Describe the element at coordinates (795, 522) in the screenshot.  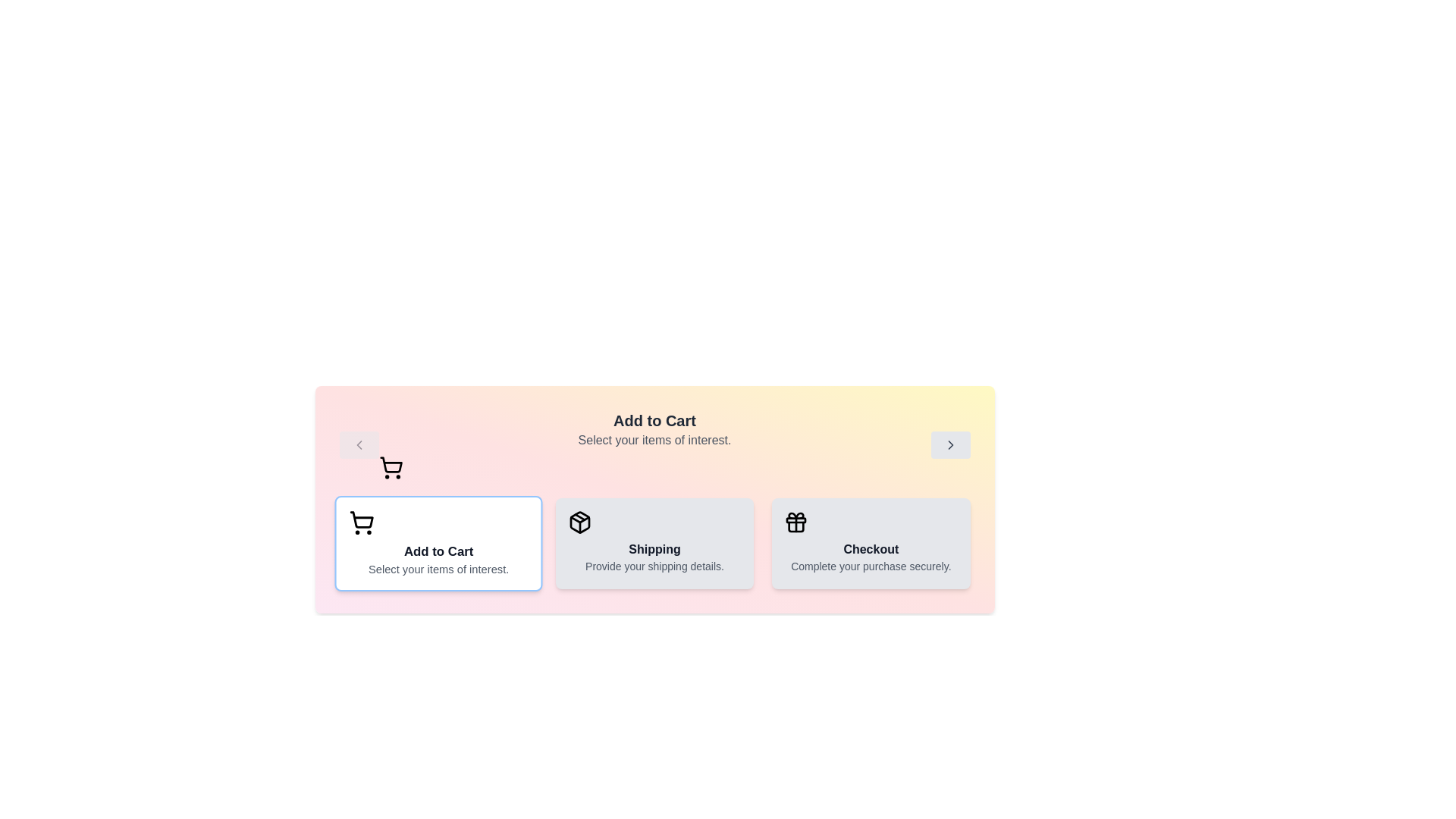
I see `the 'Checkout' gift box icon located in the third action card of the navigation stepper` at that location.